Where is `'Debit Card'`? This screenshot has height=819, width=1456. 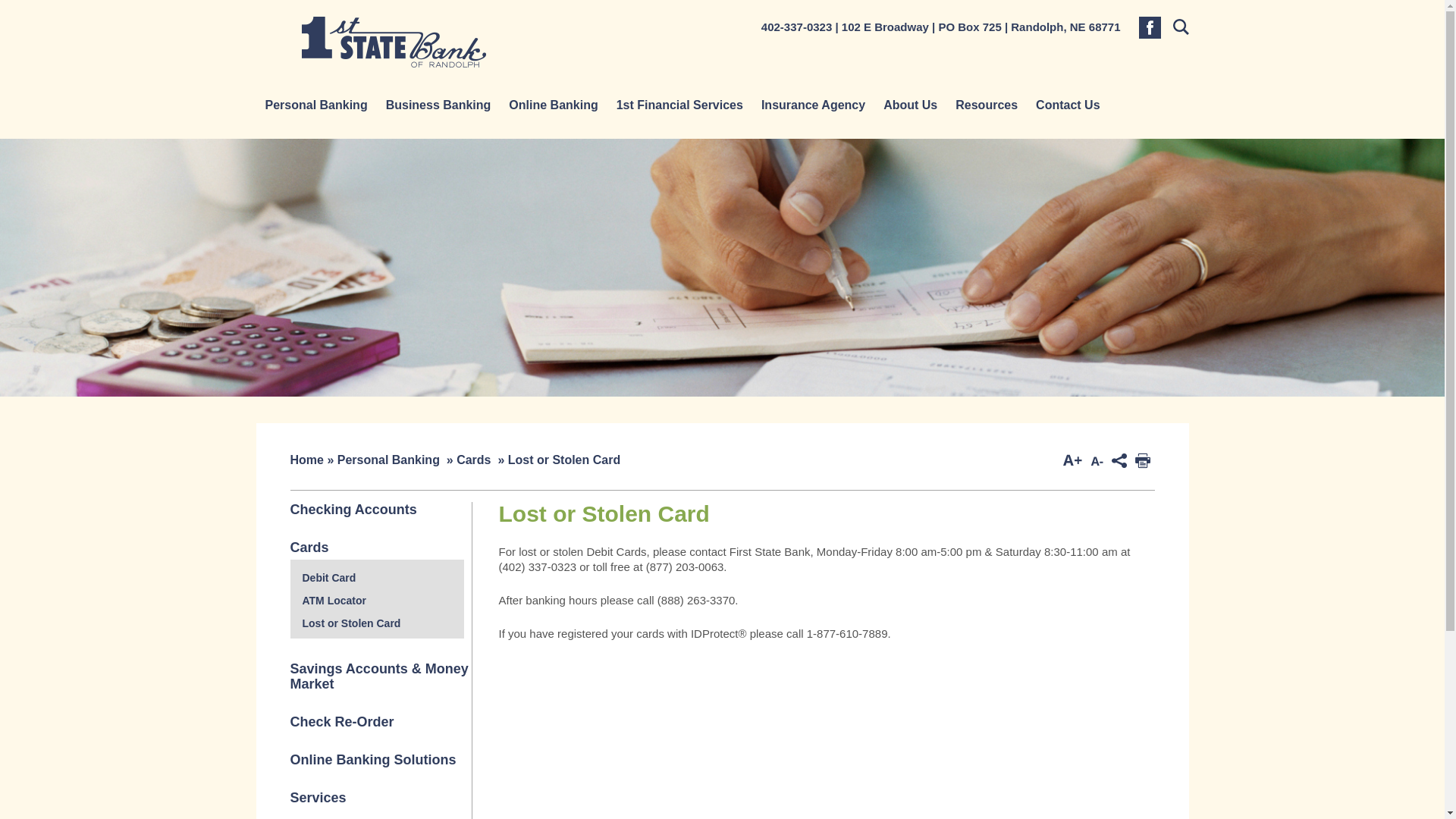 'Debit Card' is located at coordinates (328, 578).